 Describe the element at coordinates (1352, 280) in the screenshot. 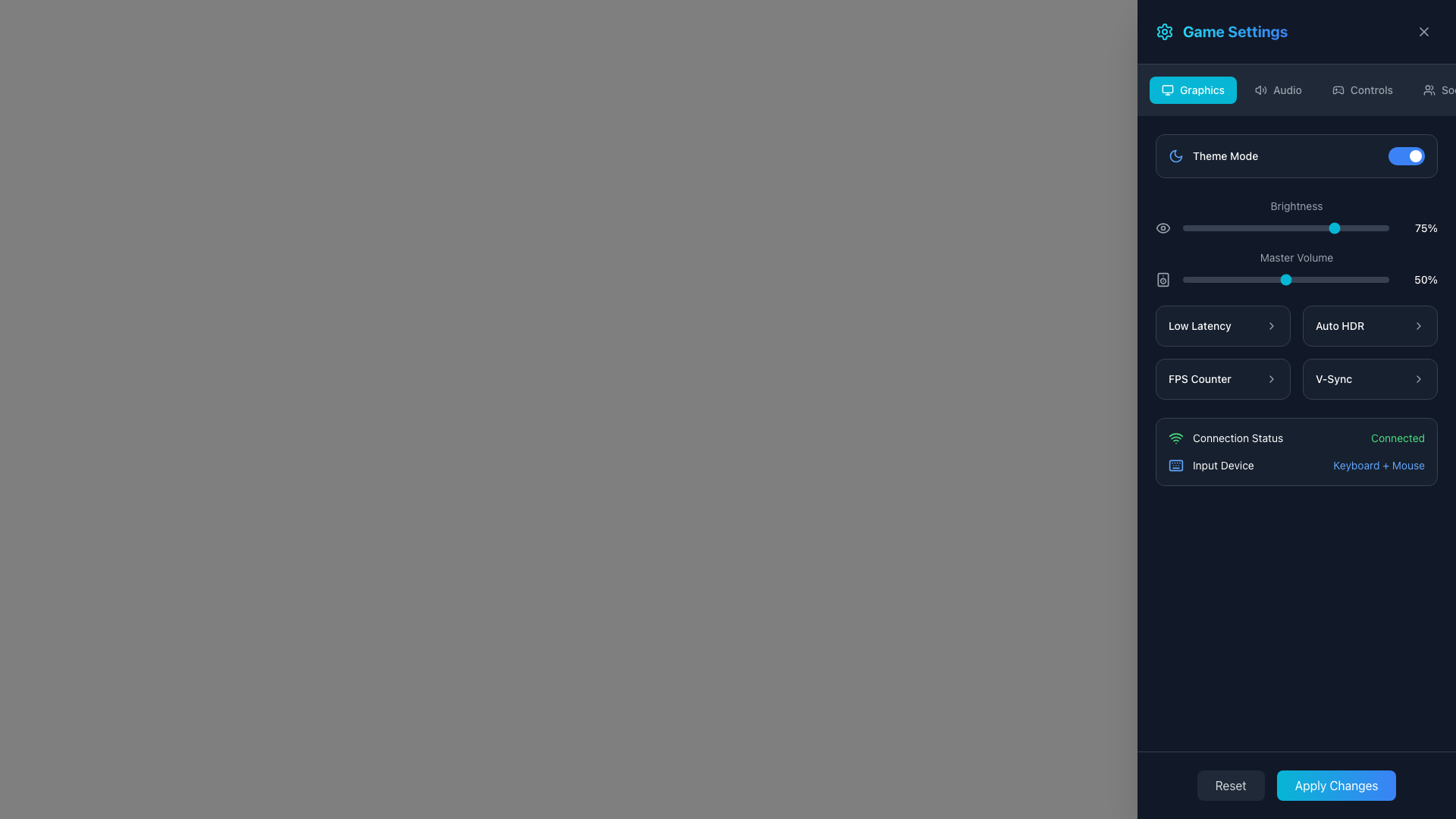

I see `the Master Volume` at that location.